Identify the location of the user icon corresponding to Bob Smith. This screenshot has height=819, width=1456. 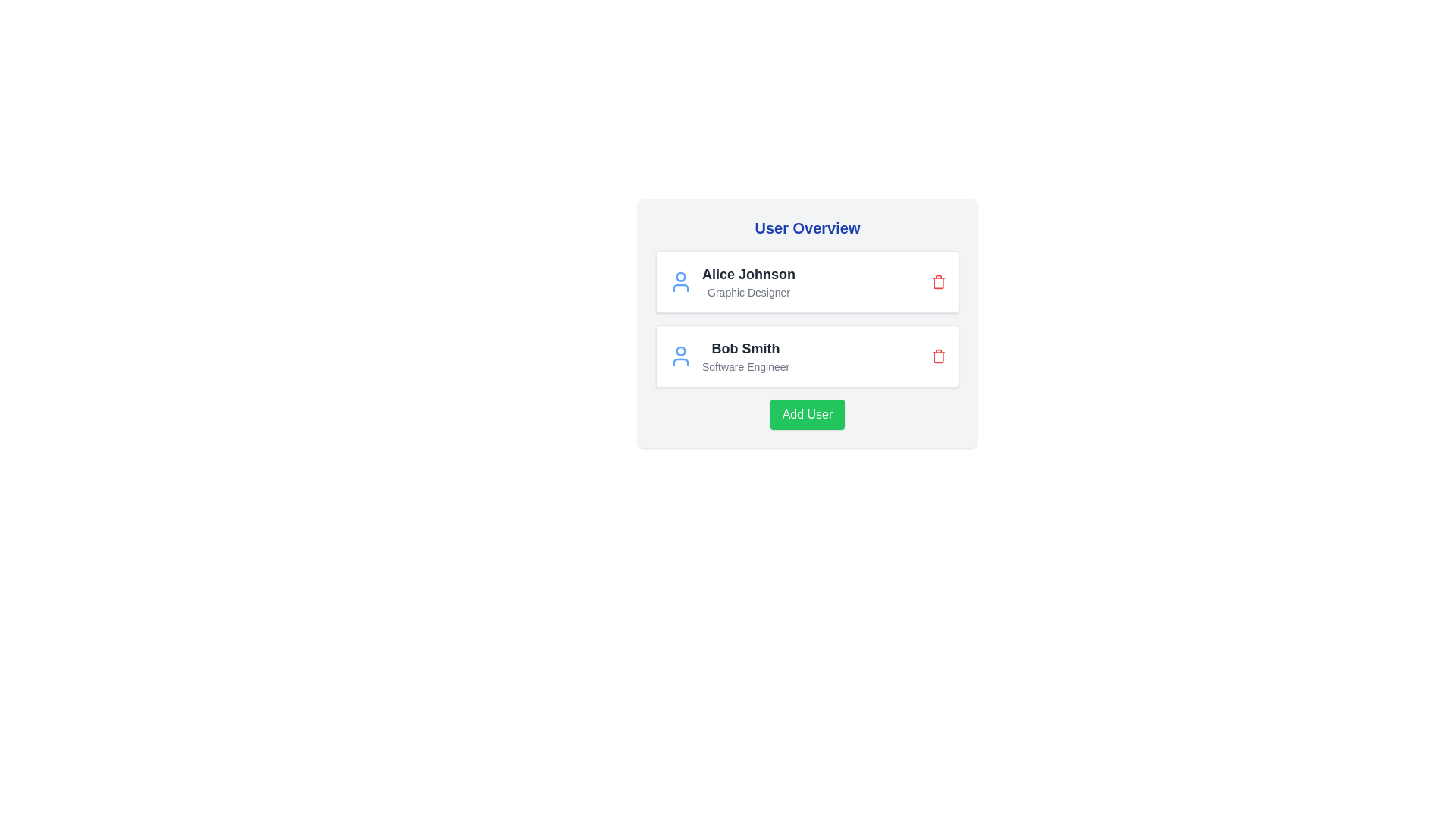
(679, 356).